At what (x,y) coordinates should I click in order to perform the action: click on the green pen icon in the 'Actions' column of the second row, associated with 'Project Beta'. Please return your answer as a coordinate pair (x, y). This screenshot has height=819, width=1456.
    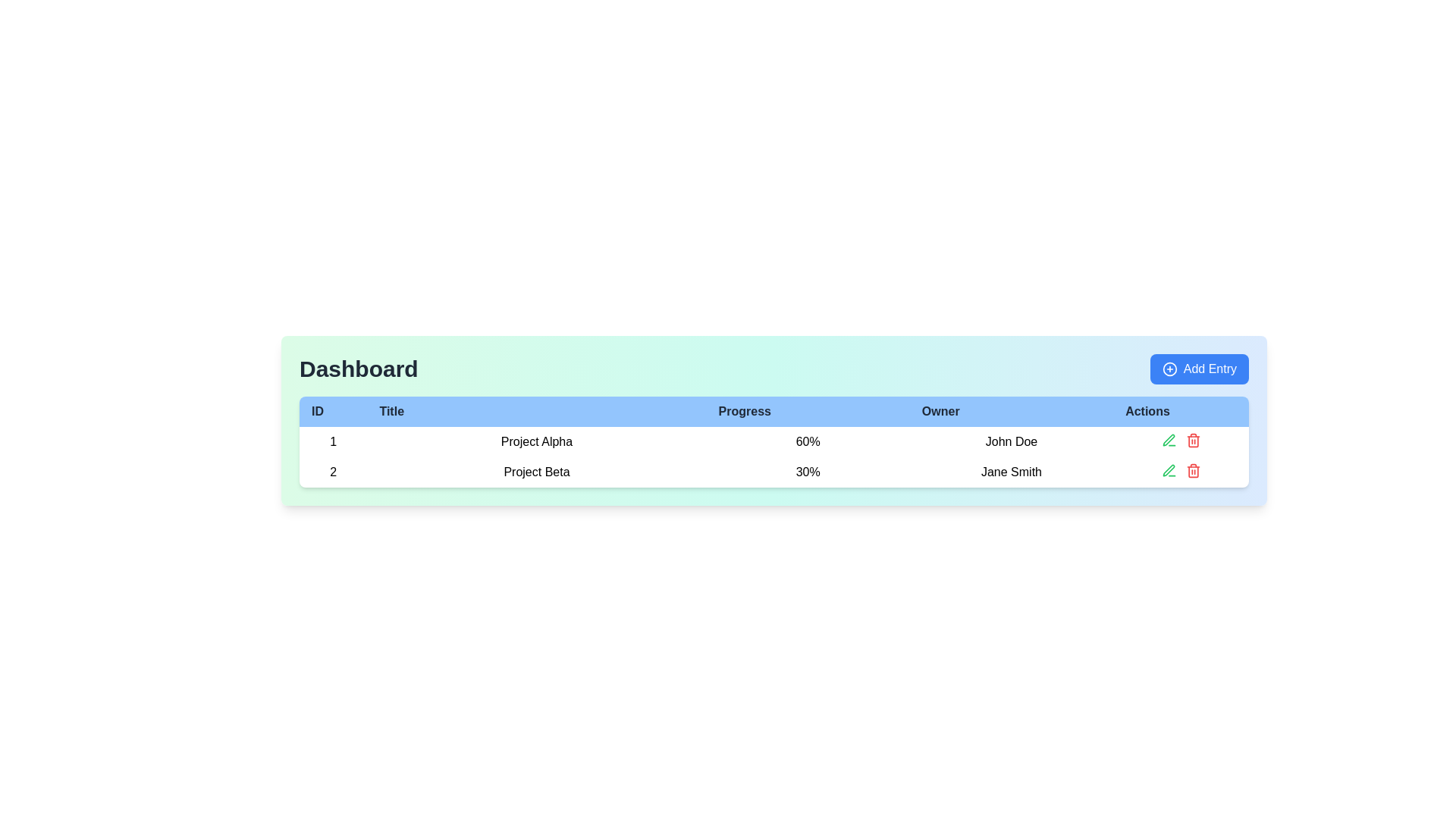
    Looking at the image, I should click on (1168, 440).